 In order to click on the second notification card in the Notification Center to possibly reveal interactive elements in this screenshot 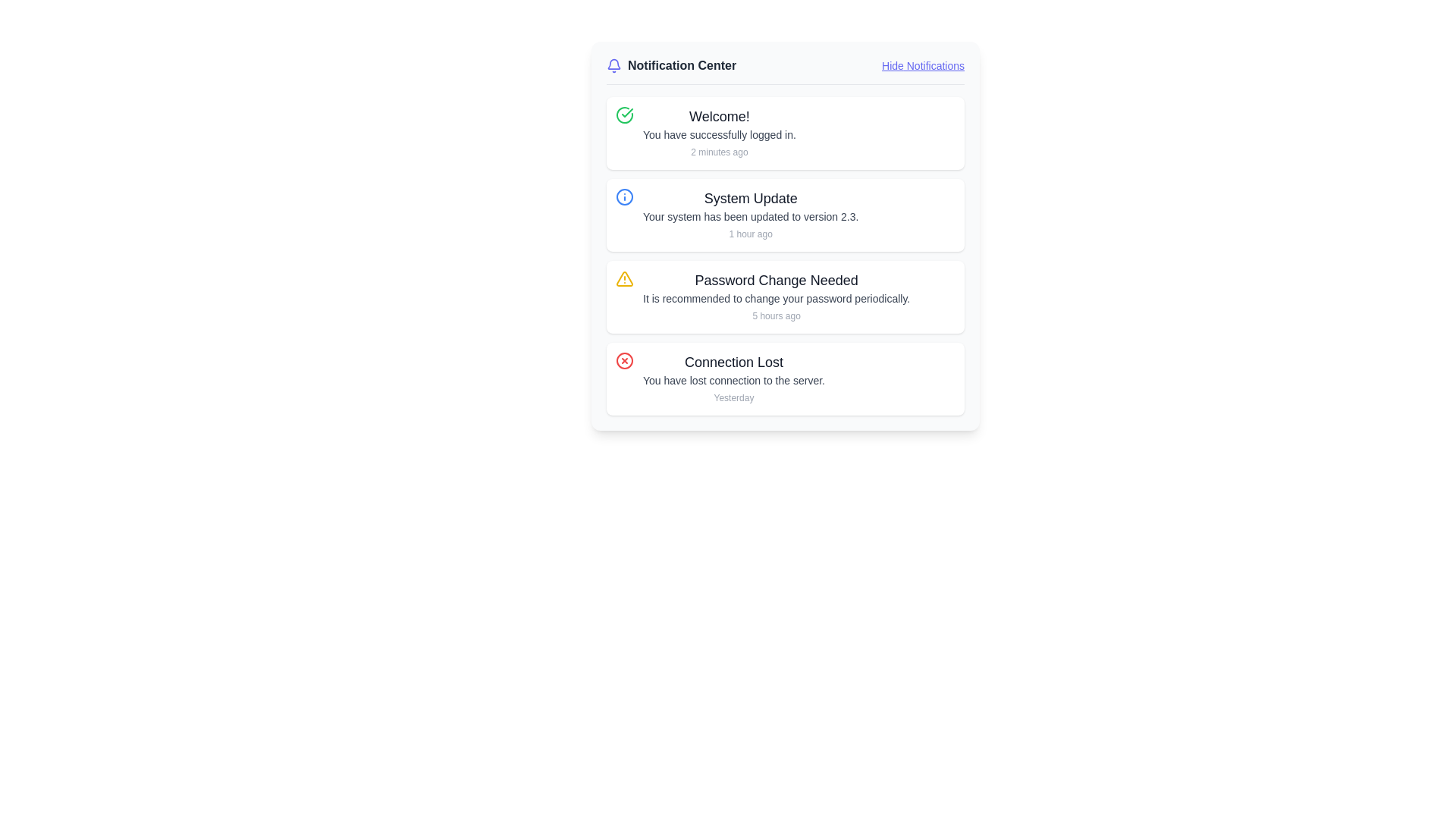, I will do `click(751, 215)`.